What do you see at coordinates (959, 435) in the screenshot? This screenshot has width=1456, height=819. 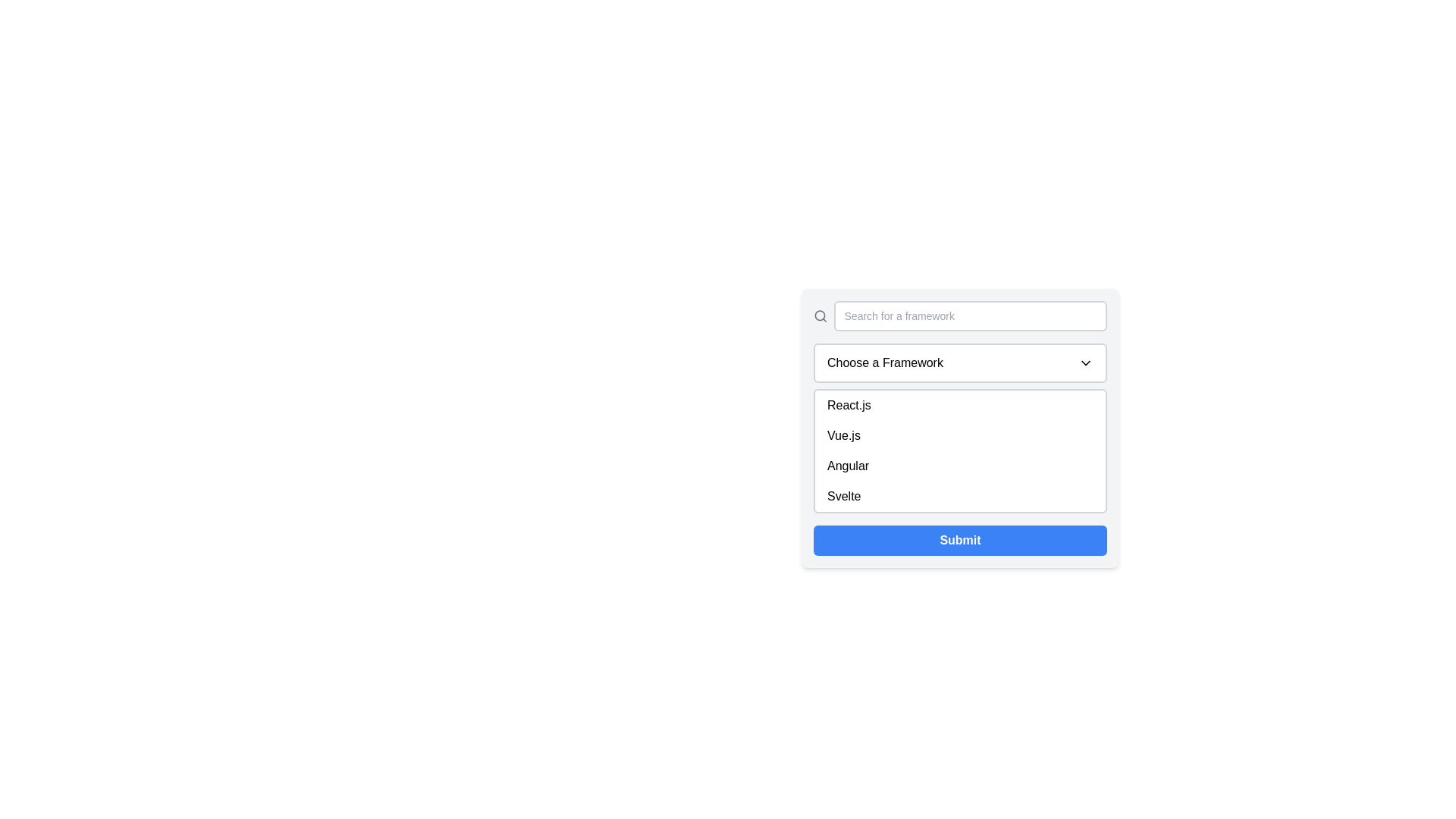 I see `the second item in the dropdown list labeled 'Vue.js'` at bounding box center [959, 435].